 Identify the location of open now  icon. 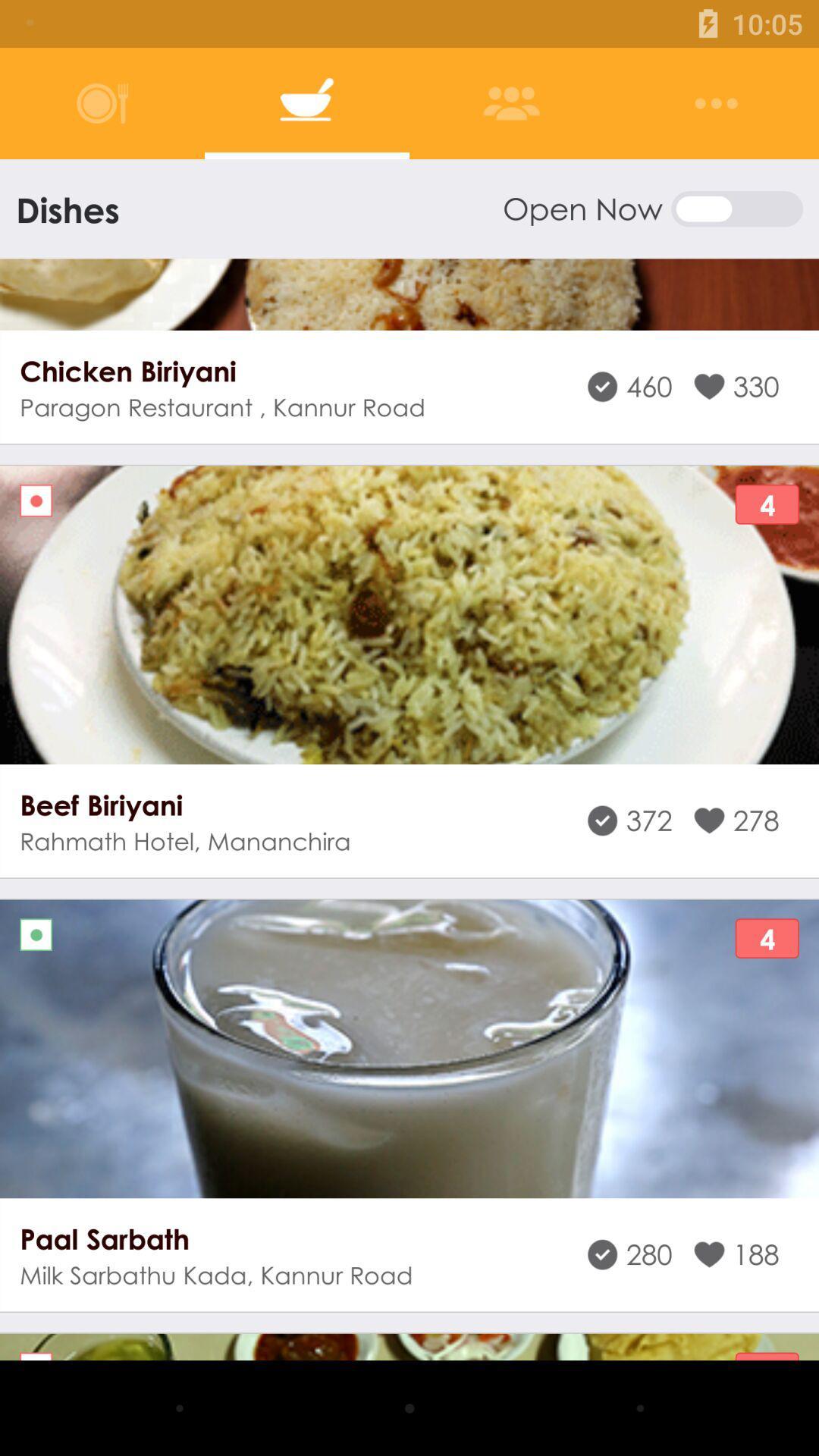
(651, 208).